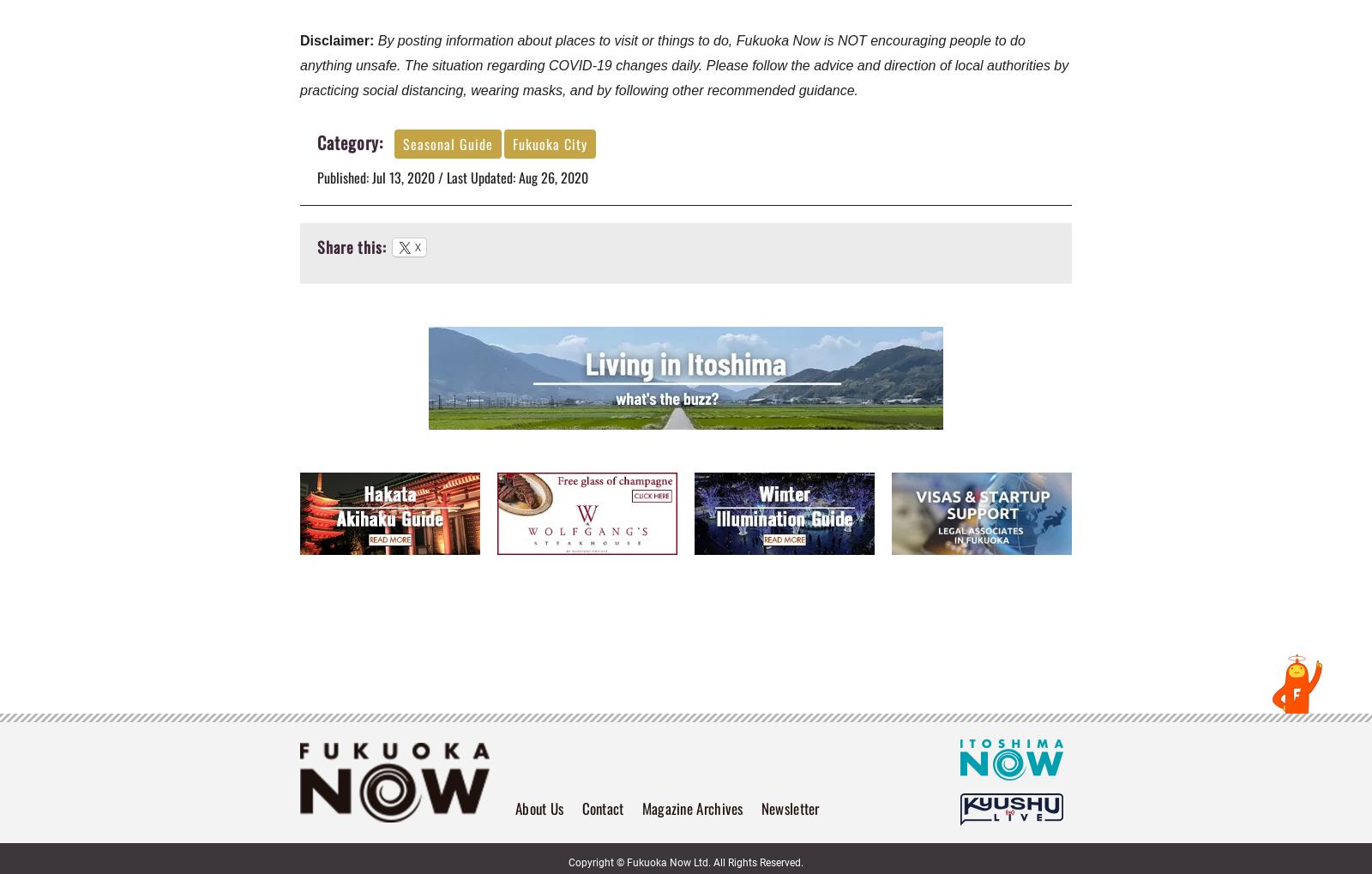 Image resolution: width=1372 pixels, height=874 pixels. Describe the element at coordinates (350, 244) in the screenshot. I see `'Share this:'` at that location.